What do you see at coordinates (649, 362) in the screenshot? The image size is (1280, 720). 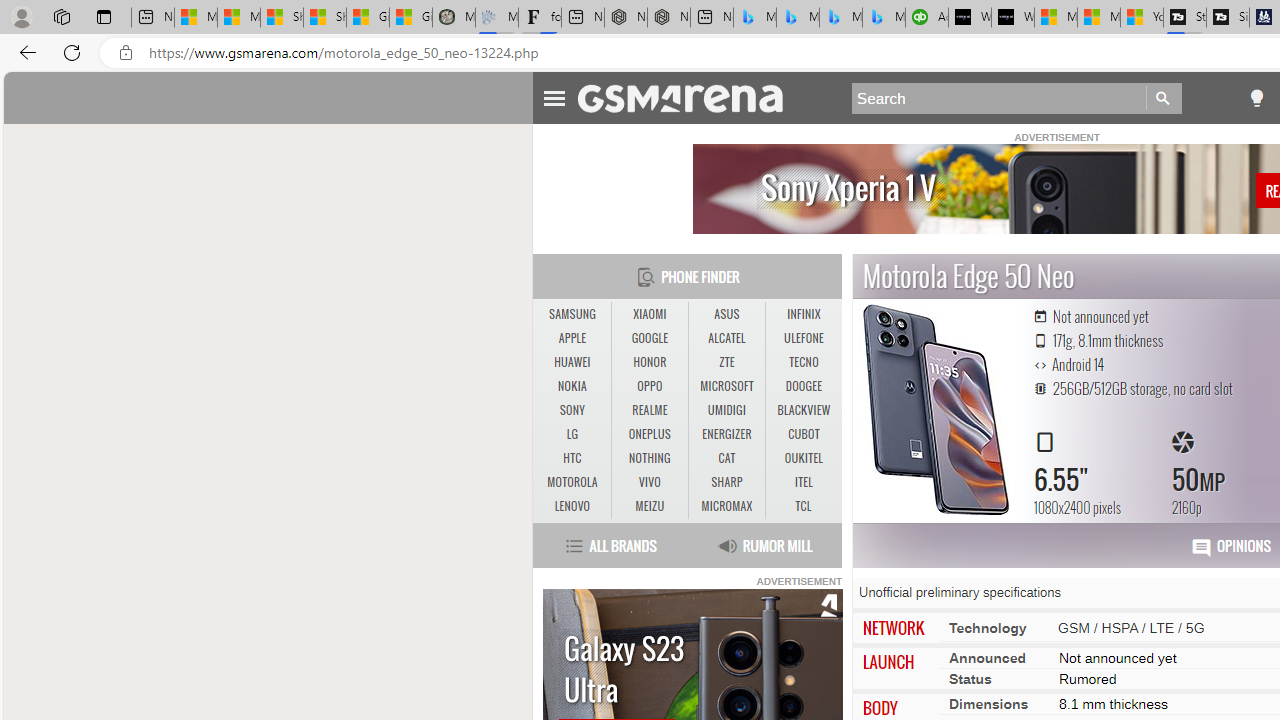 I see `'HONOR'` at bounding box center [649, 362].